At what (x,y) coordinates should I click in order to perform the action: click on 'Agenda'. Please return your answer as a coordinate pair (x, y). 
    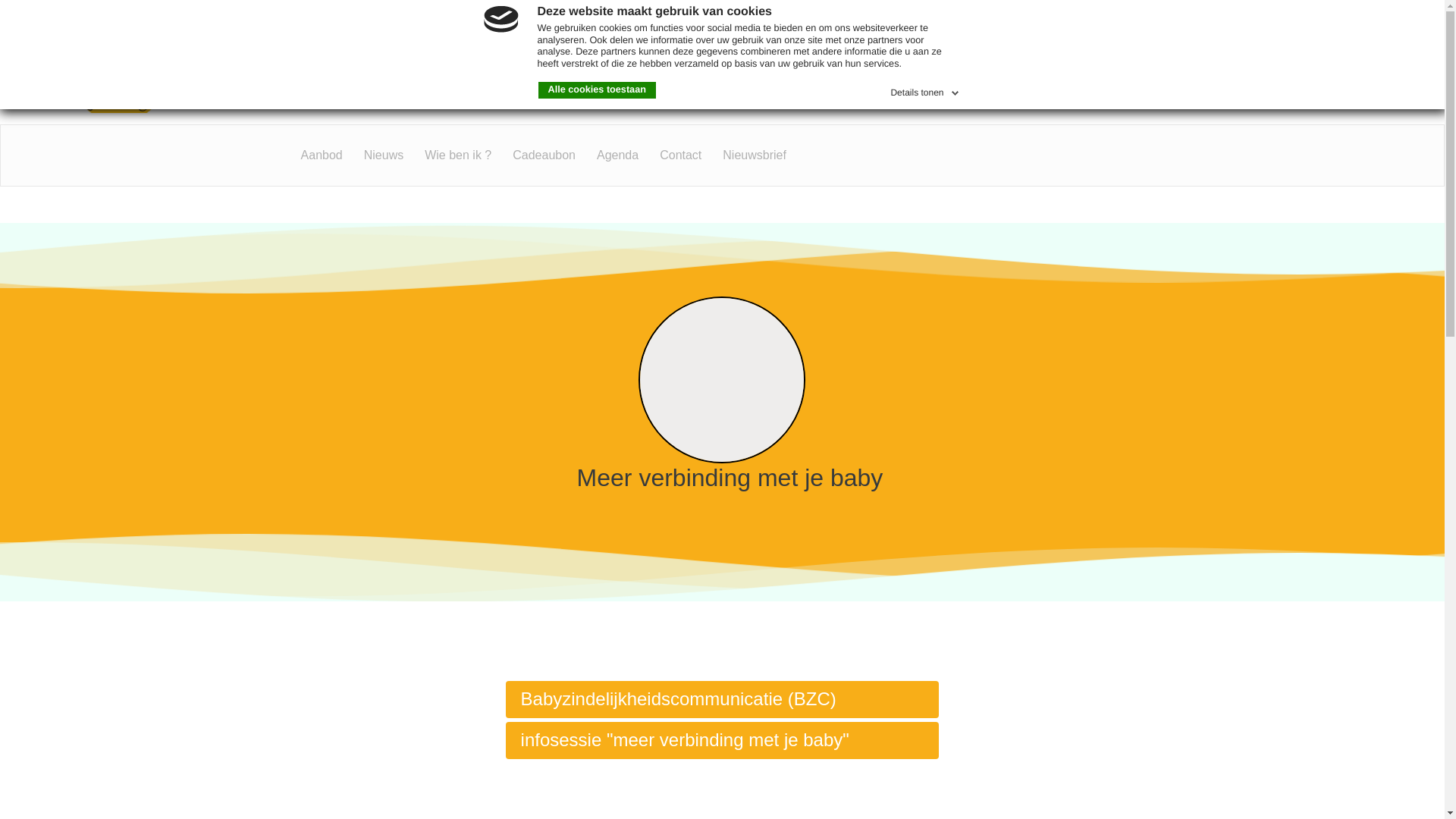
    Looking at the image, I should click on (617, 155).